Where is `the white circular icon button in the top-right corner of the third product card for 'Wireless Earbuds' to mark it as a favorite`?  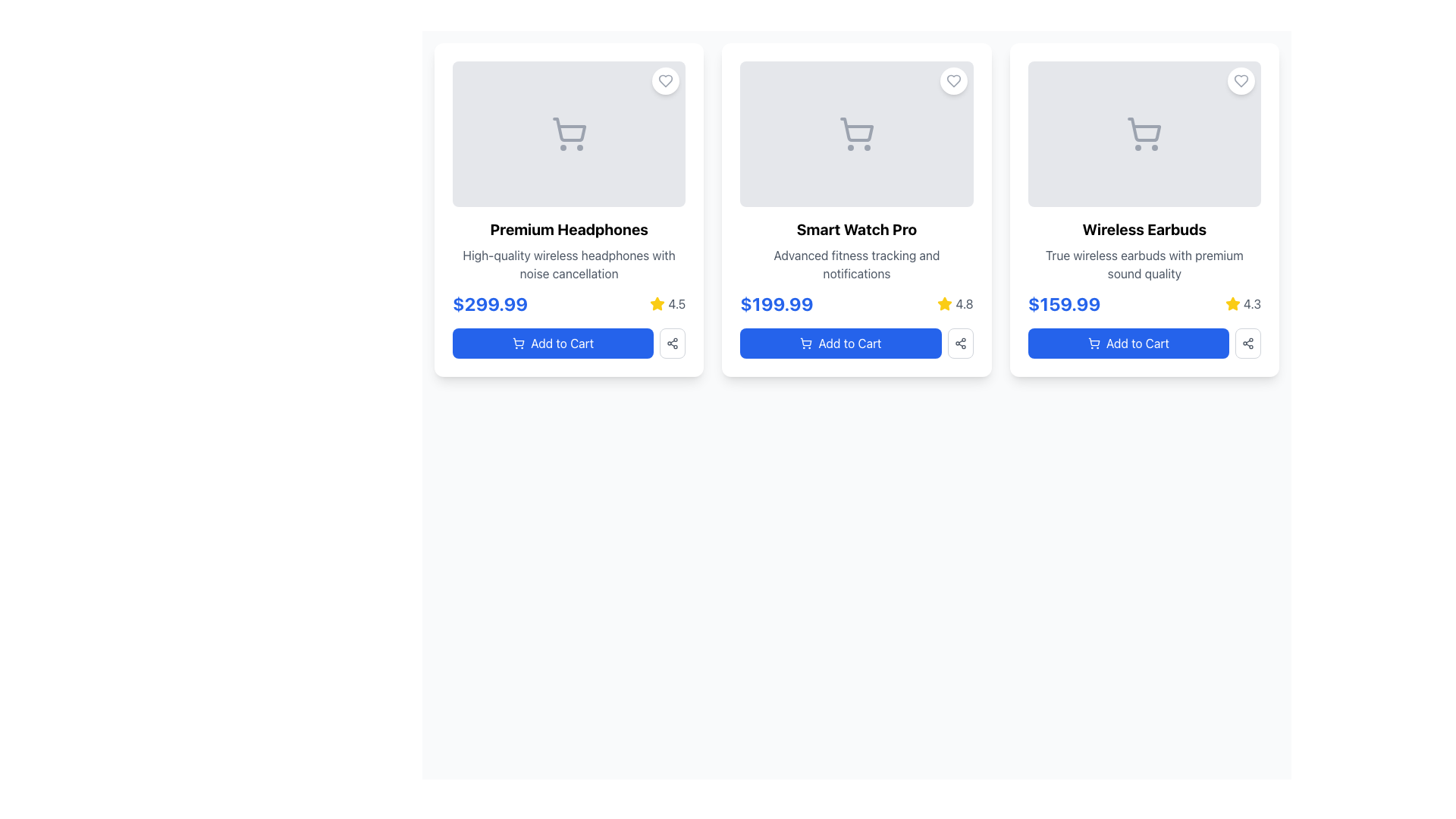
the white circular icon button in the top-right corner of the third product card for 'Wireless Earbuds' to mark it as a favorite is located at coordinates (1241, 81).